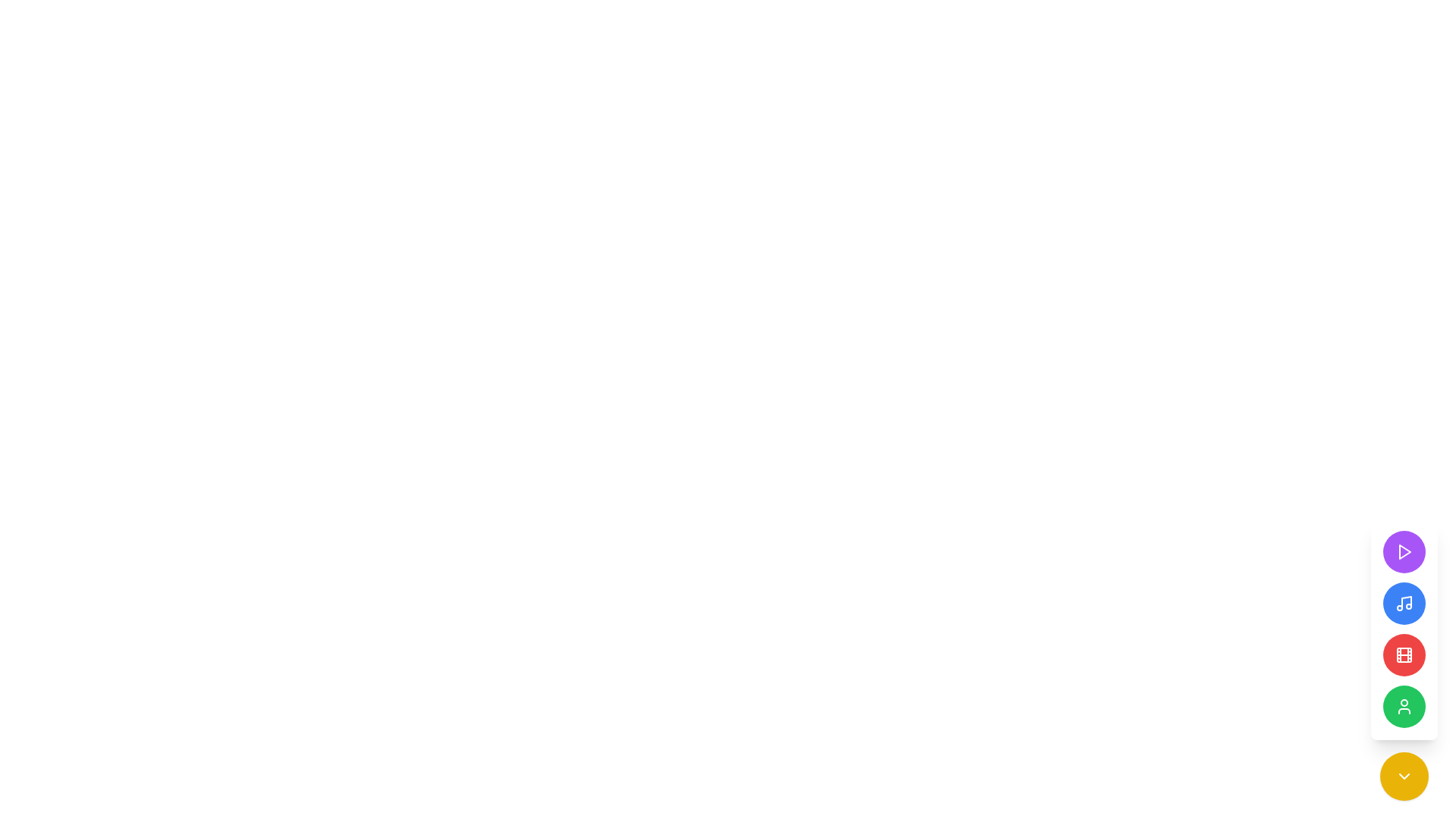 The width and height of the screenshot is (1456, 819). Describe the element at coordinates (1404, 654) in the screenshot. I see `the third button in the vertical sequence, positioned below the blue music note button and above the green user profile button` at that location.